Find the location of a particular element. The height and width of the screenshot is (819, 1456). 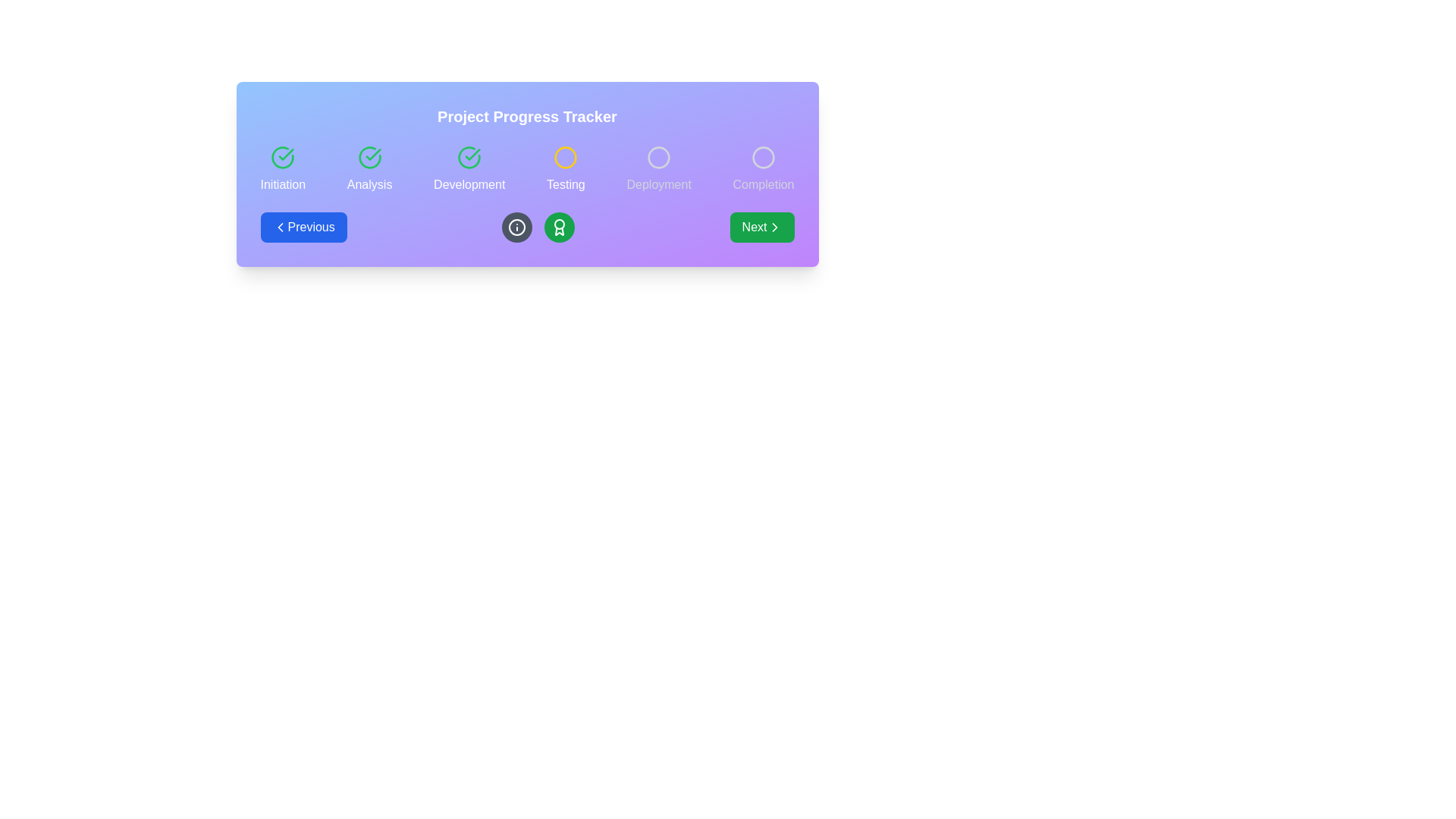

the first circular button located at the bottom center of the interface is located at coordinates (517, 227).